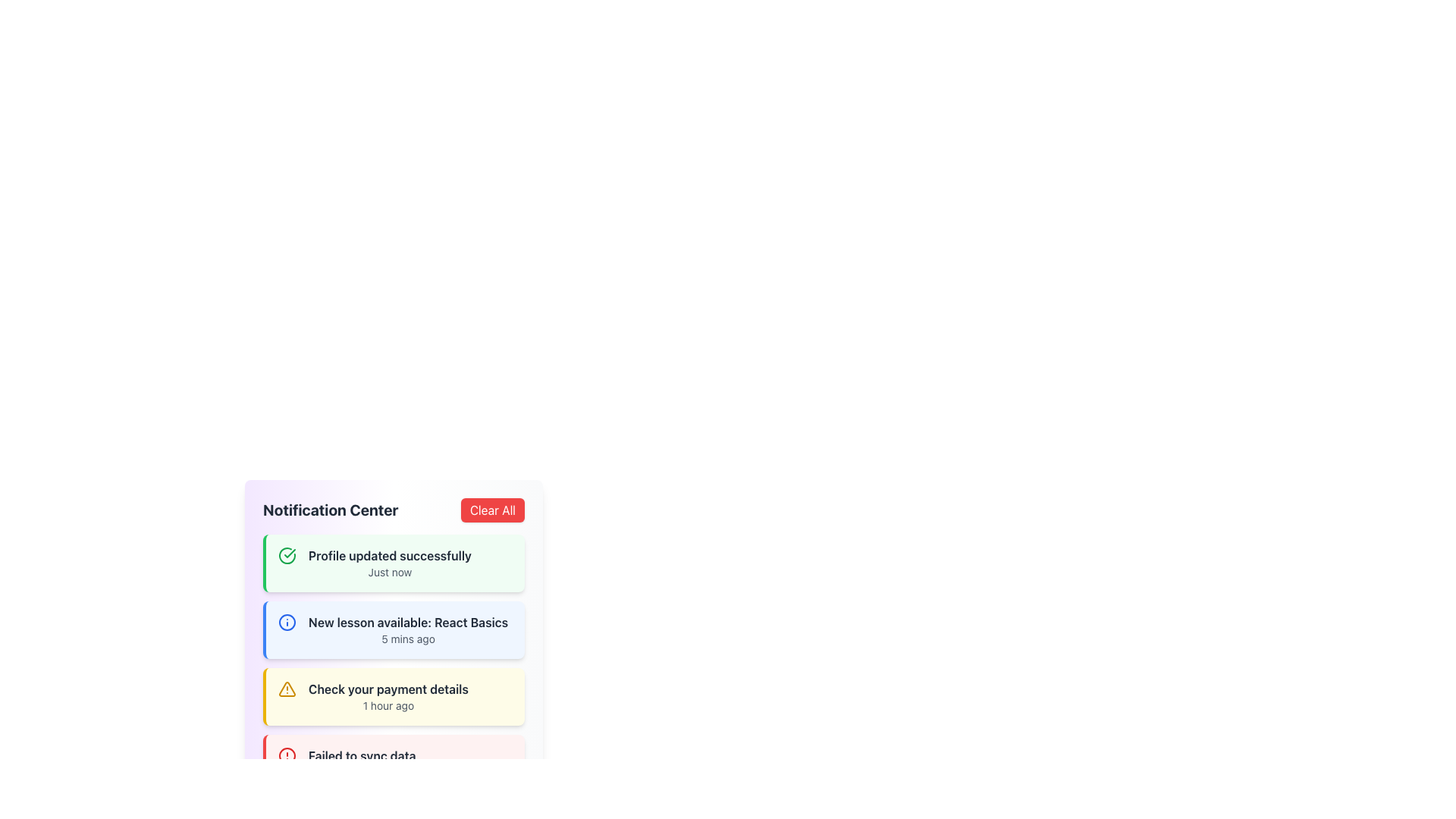  What do you see at coordinates (394, 663) in the screenshot?
I see `notifications from the vertically arranged list of notification cards located in the Notification Center, positioned centrally and above the Clear All button` at bounding box center [394, 663].